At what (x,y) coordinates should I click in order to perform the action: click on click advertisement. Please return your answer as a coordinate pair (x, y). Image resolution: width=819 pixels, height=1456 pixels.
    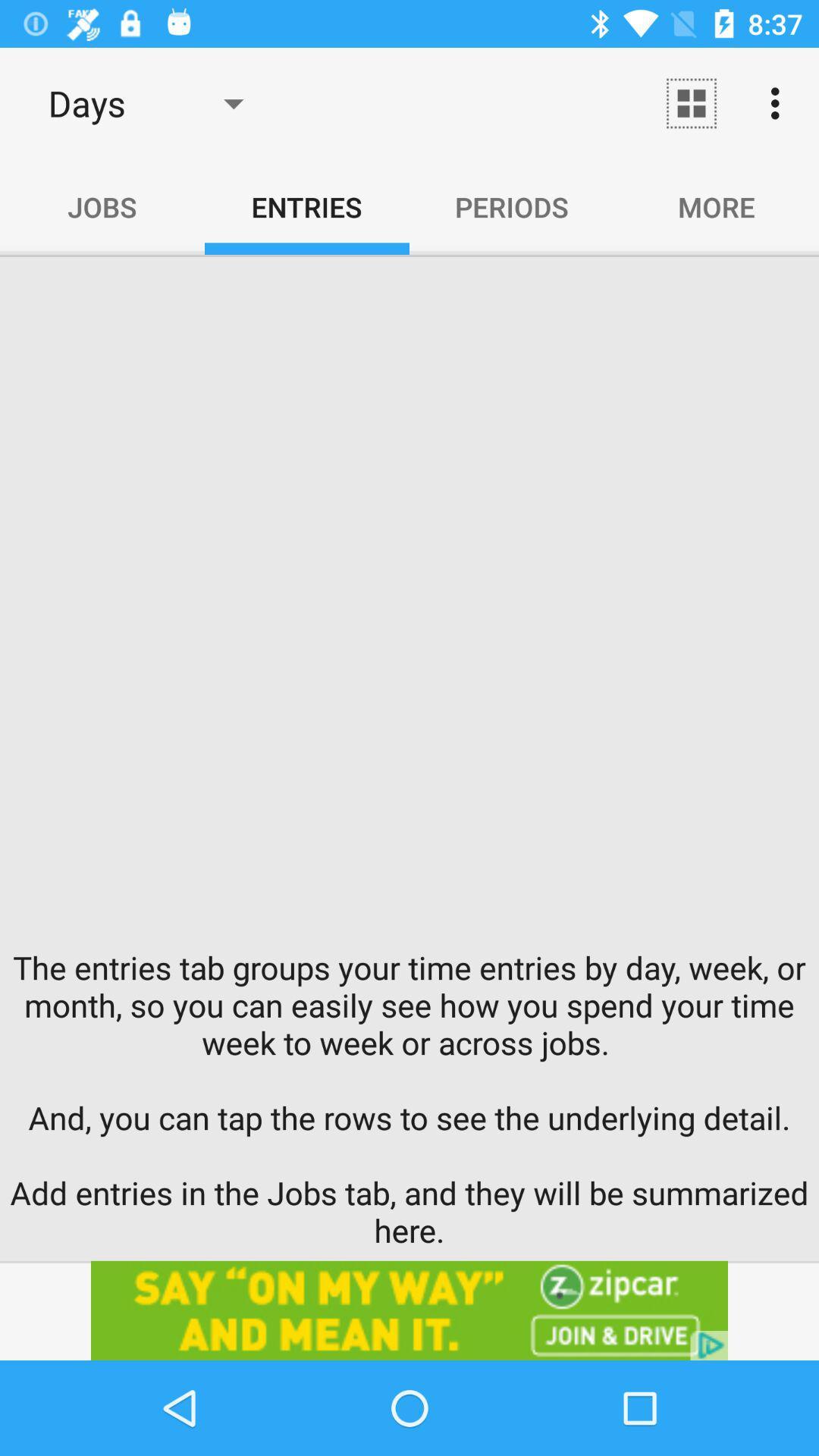
    Looking at the image, I should click on (409, 1310).